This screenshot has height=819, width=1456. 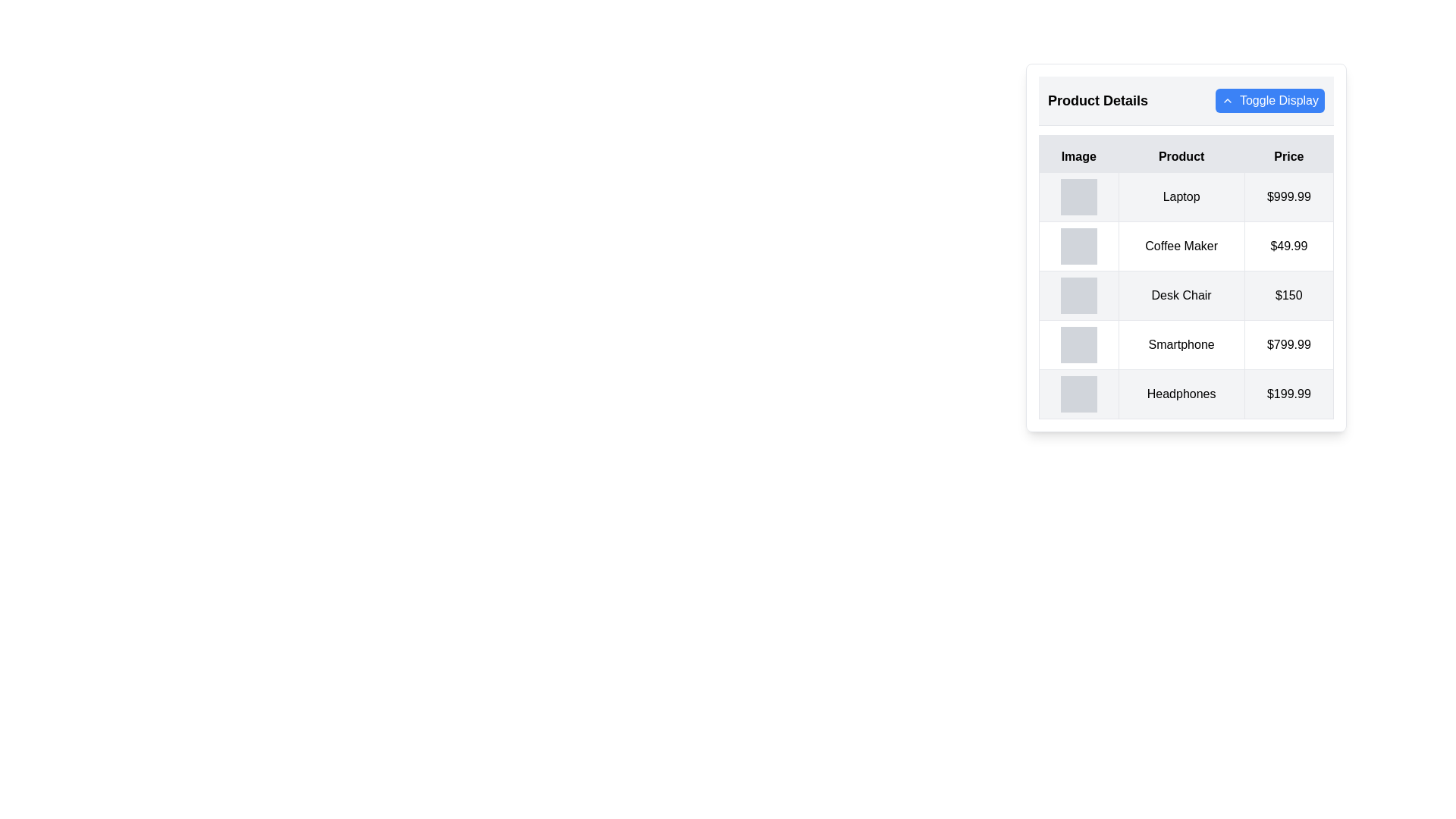 I want to click on the price display for the product 'Headphones' located in the last row of the table under the 'Price' column, so click(x=1288, y=394).